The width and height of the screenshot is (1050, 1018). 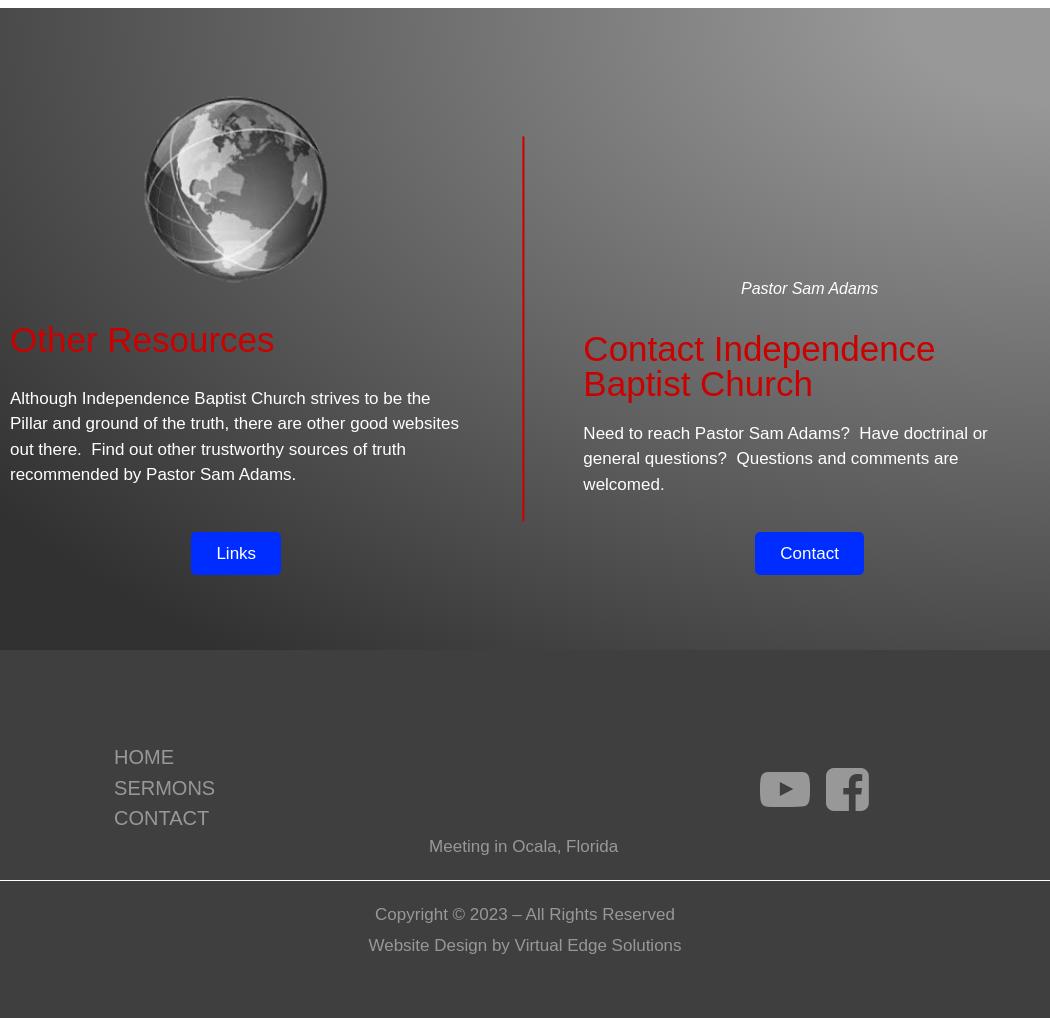 I want to click on 'Although Independence Baptist Church strives to be the Pillar and ground of the truth, there are other good websites out there.  Find out other trustworthy sources of truth recommended by Pastor Sam Adams.', so click(x=234, y=435).